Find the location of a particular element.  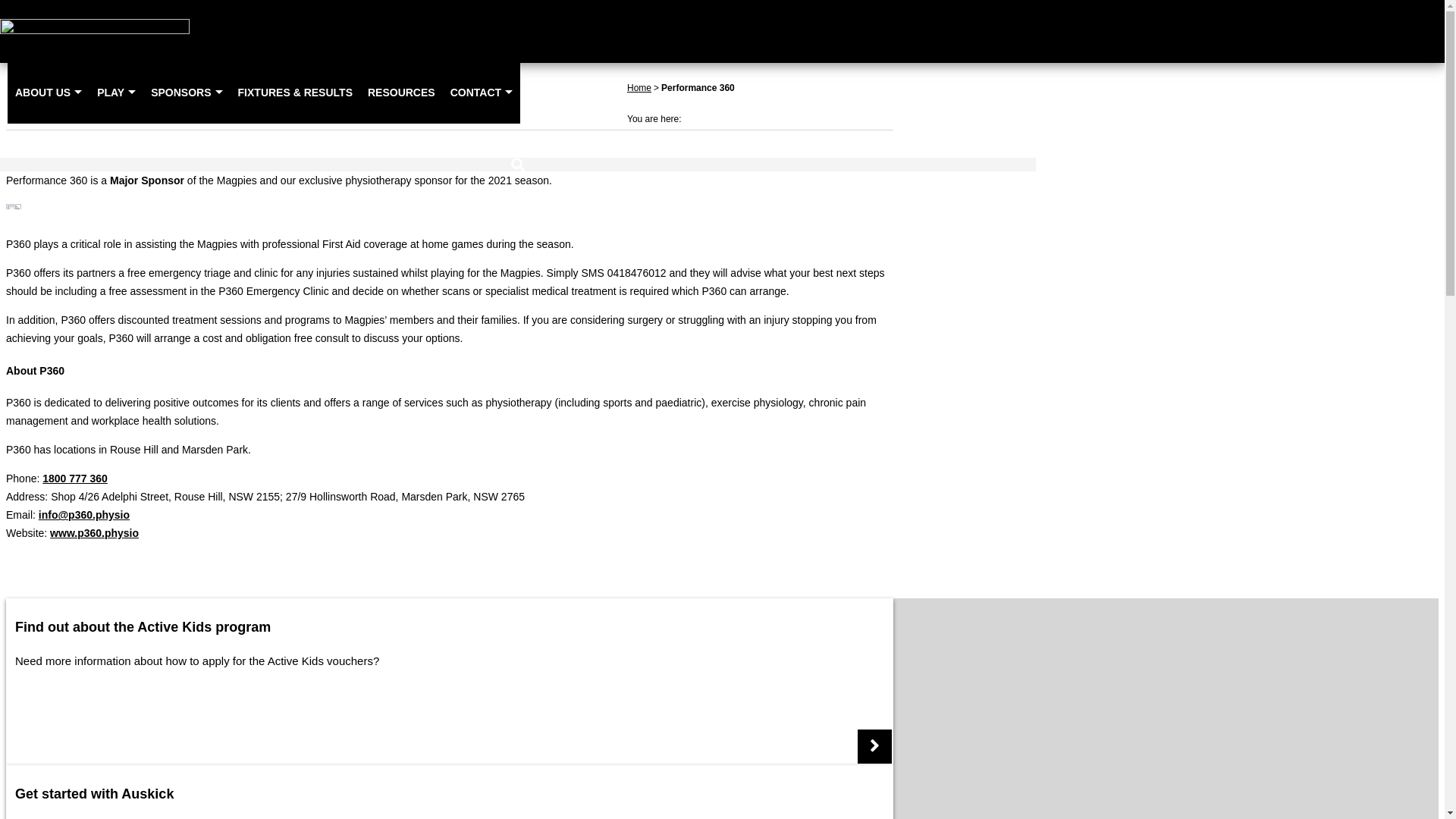

'1800 777 360' is located at coordinates (74, 479).